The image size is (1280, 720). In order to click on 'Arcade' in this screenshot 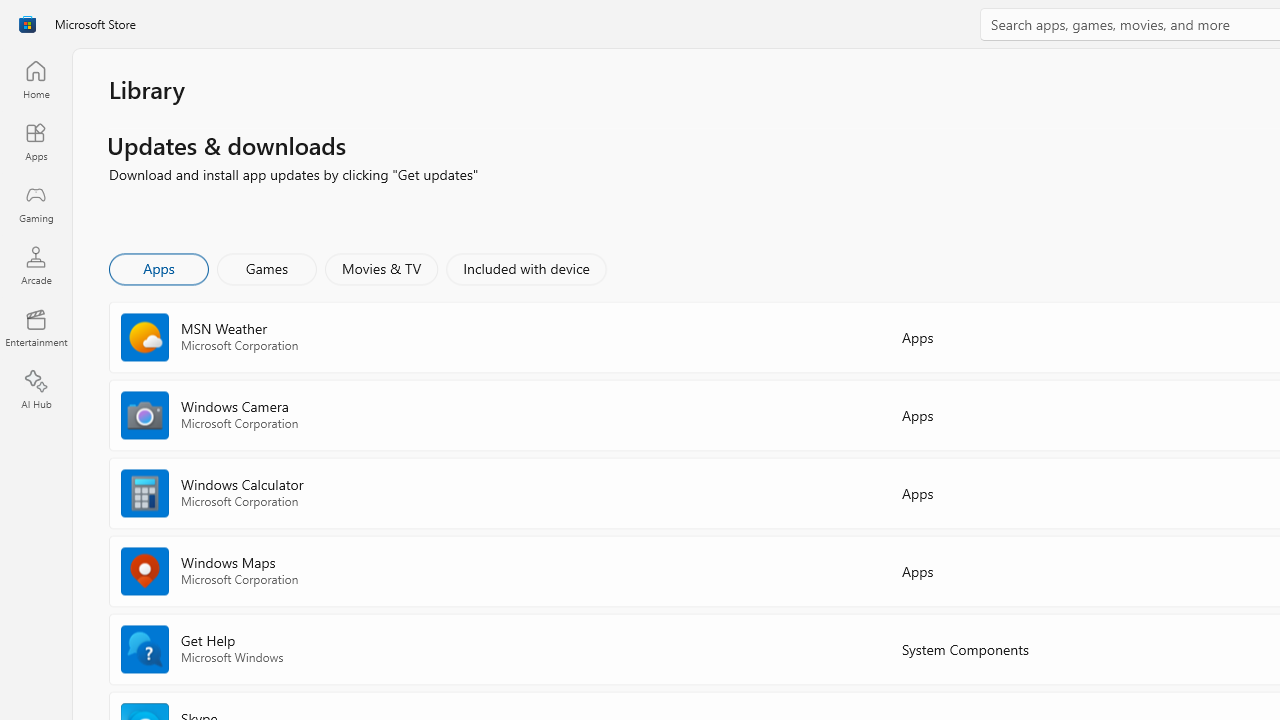, I will do `click(35, 264)`.